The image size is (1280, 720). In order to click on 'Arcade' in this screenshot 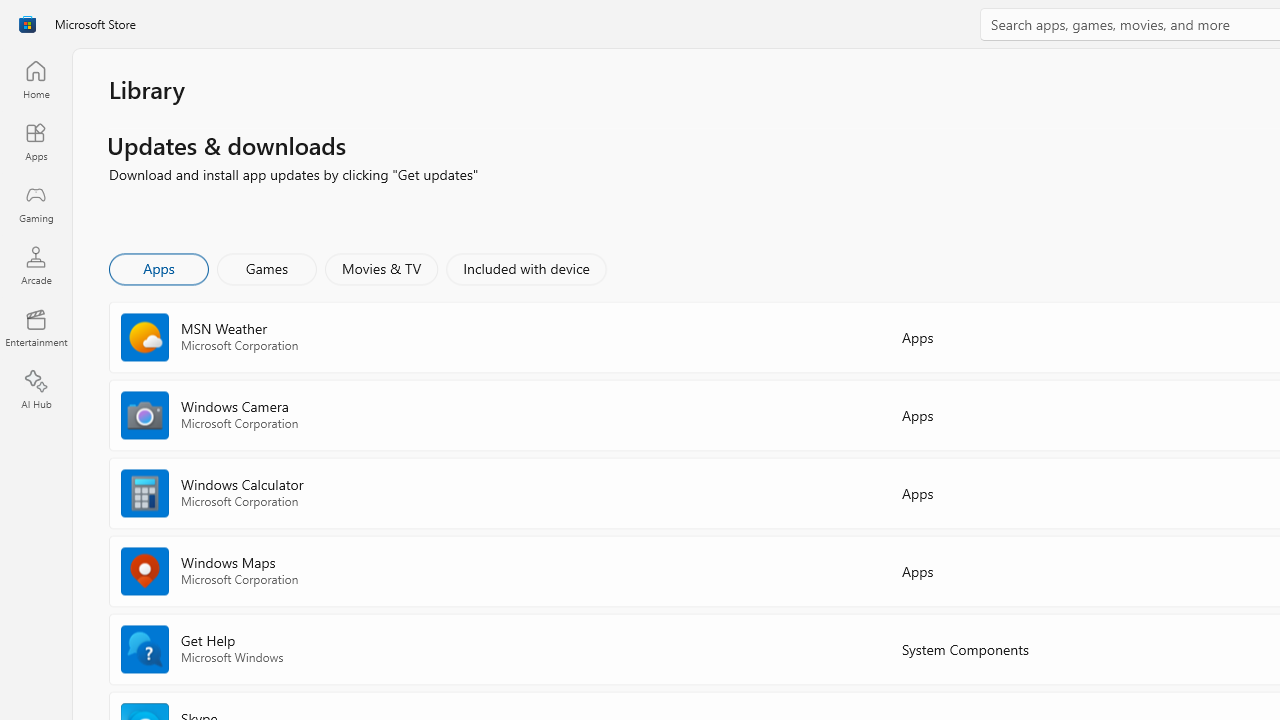, I will do `click(35, 264)`.